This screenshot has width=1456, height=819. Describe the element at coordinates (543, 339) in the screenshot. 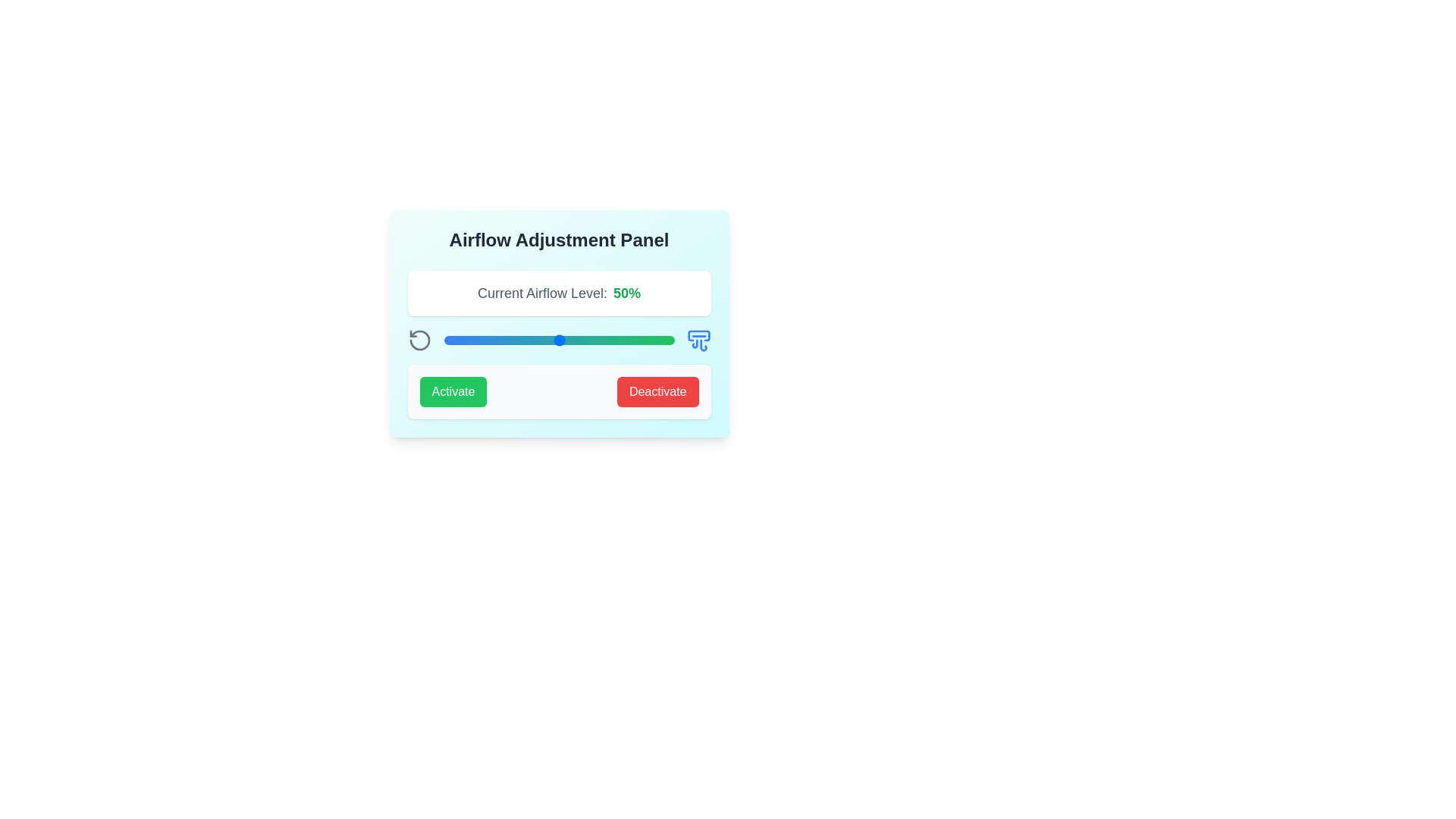

I see `the airflow level to 43% by moving the slider` at that location.